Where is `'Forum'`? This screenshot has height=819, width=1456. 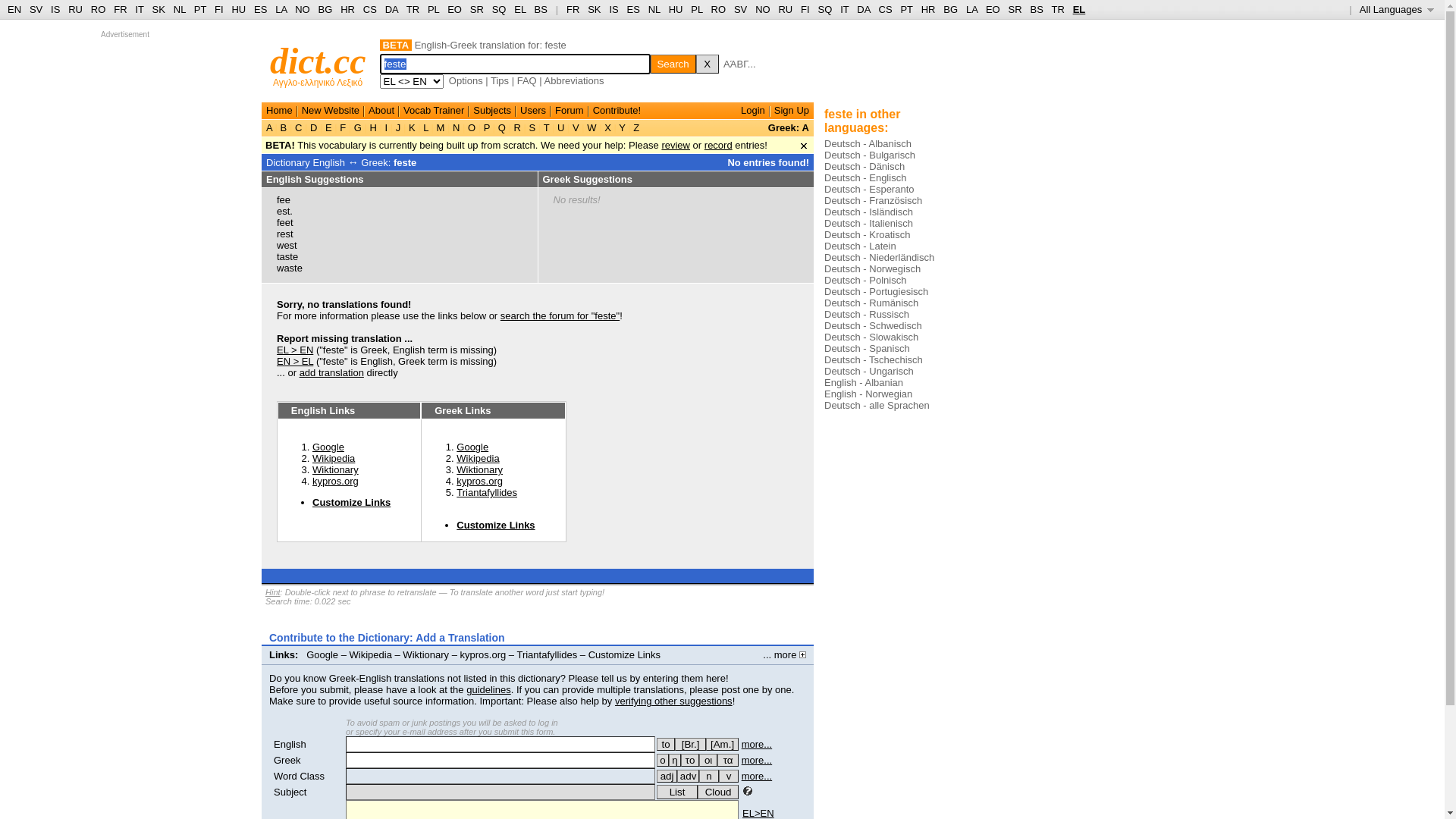
'Forum' is located at coordinates (568, 109).